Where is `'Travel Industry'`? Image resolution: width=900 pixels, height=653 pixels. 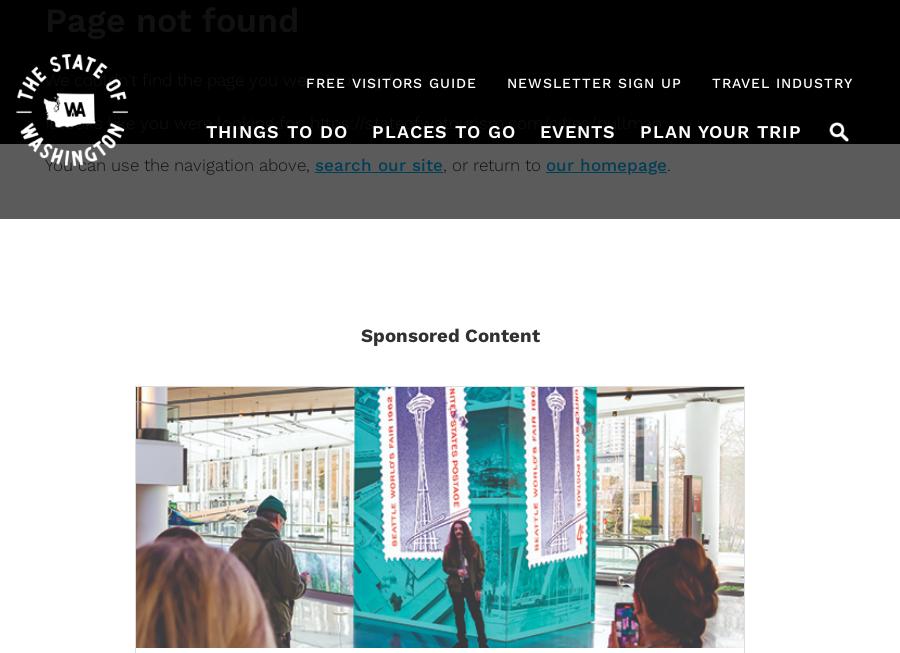 'Travel Industry' is located at coordinates (781, 81).